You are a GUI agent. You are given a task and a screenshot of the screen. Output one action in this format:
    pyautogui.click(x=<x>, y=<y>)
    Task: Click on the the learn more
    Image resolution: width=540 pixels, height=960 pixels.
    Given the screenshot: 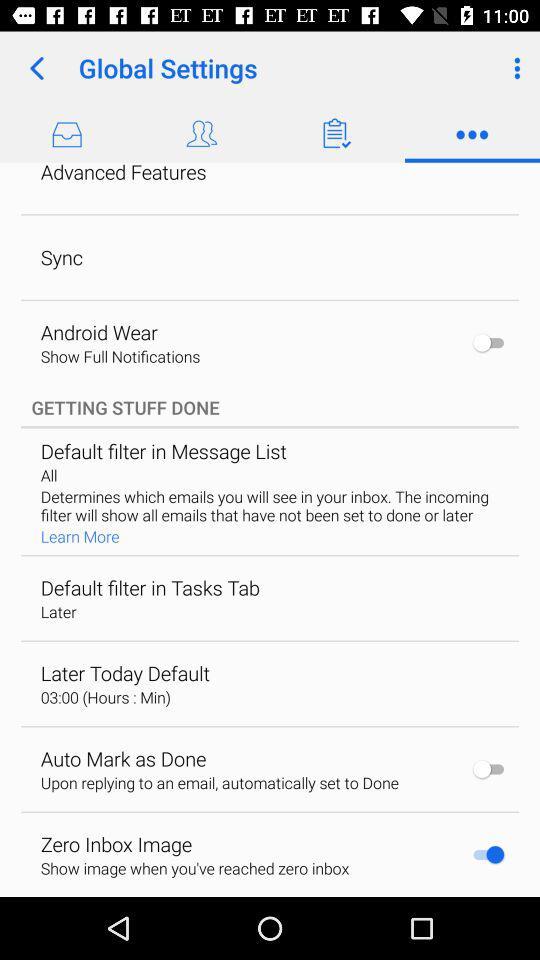 What is the action you would take?
    pyautogui.click(x=79, y=535)
    